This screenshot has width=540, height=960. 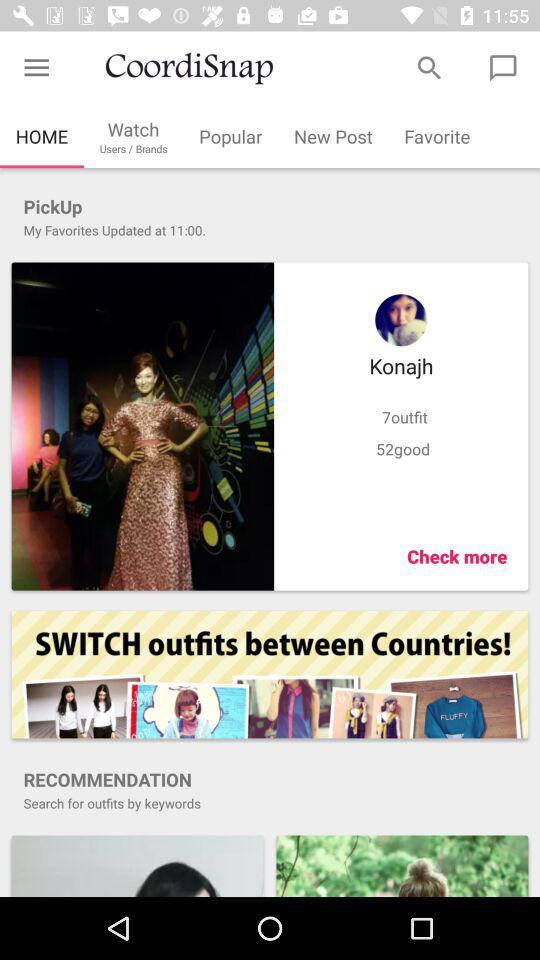 What do you see at coordinates (141, 426) in the screenshot?
I see `photo` at bounding box center [141, 426].